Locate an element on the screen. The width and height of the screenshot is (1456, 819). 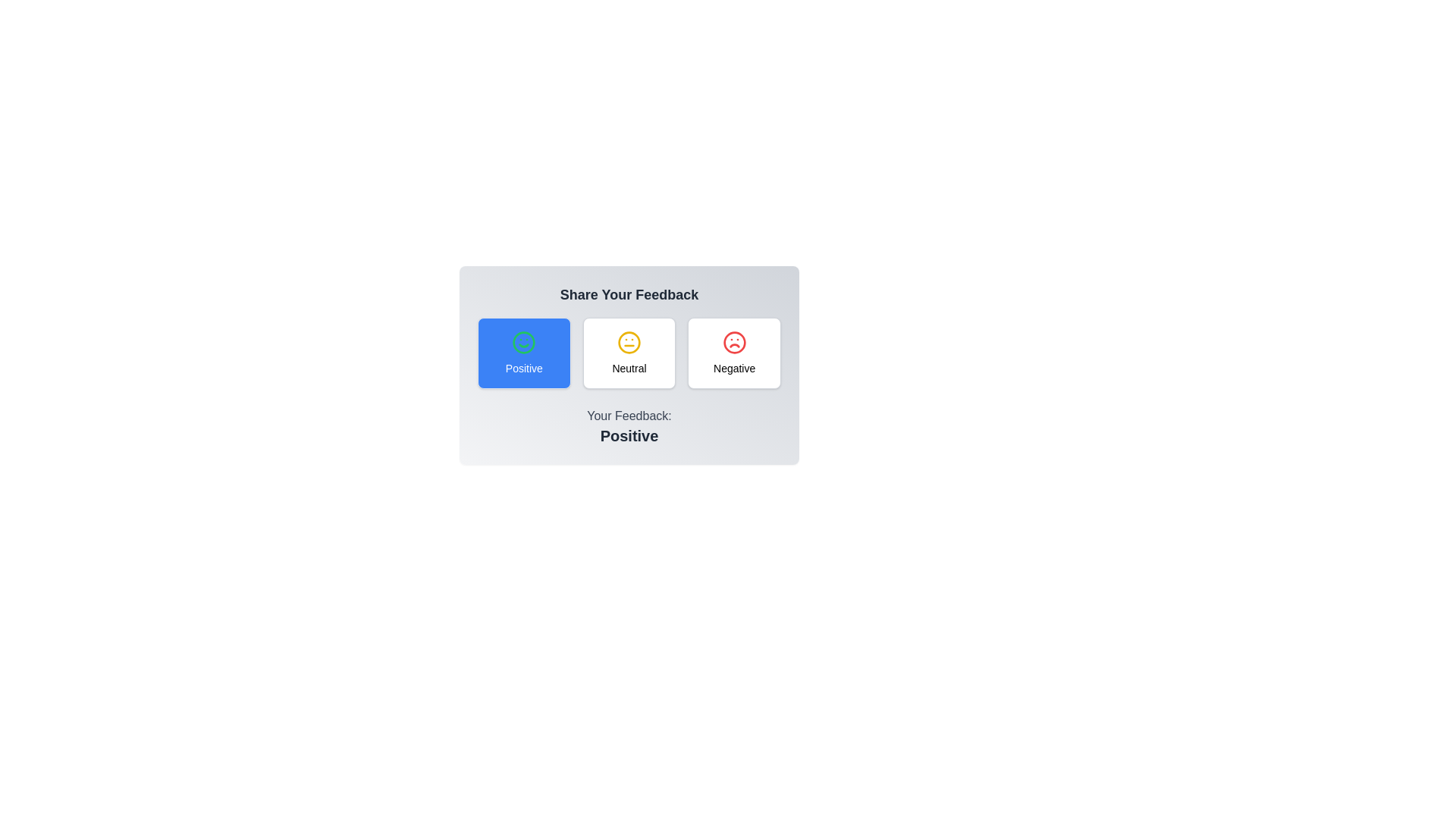
the feedback option Negative for accessibility testing is located at coordinates (734, 353).